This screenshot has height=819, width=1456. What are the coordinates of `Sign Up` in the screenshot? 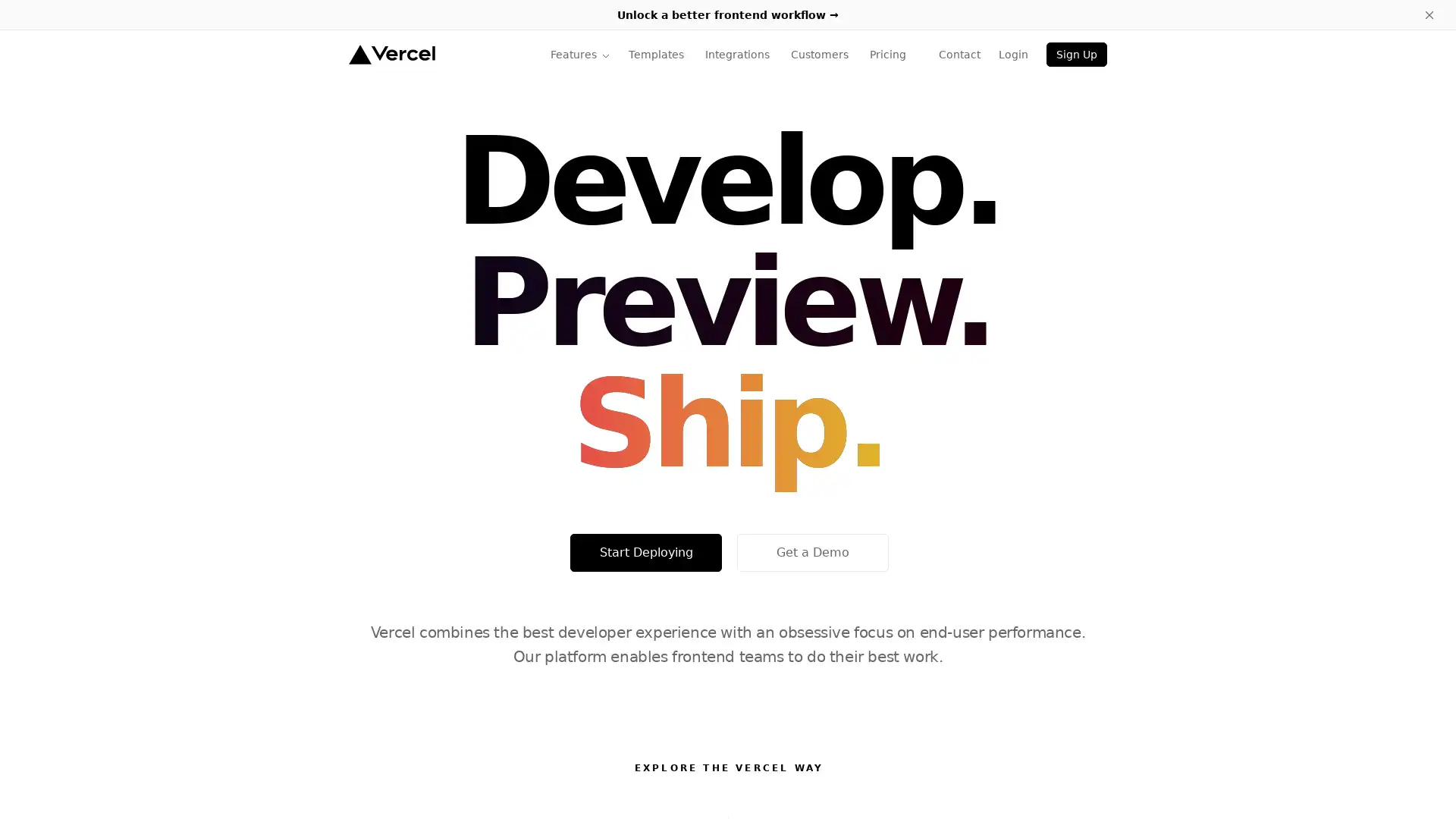 It's located at (1076, 54).